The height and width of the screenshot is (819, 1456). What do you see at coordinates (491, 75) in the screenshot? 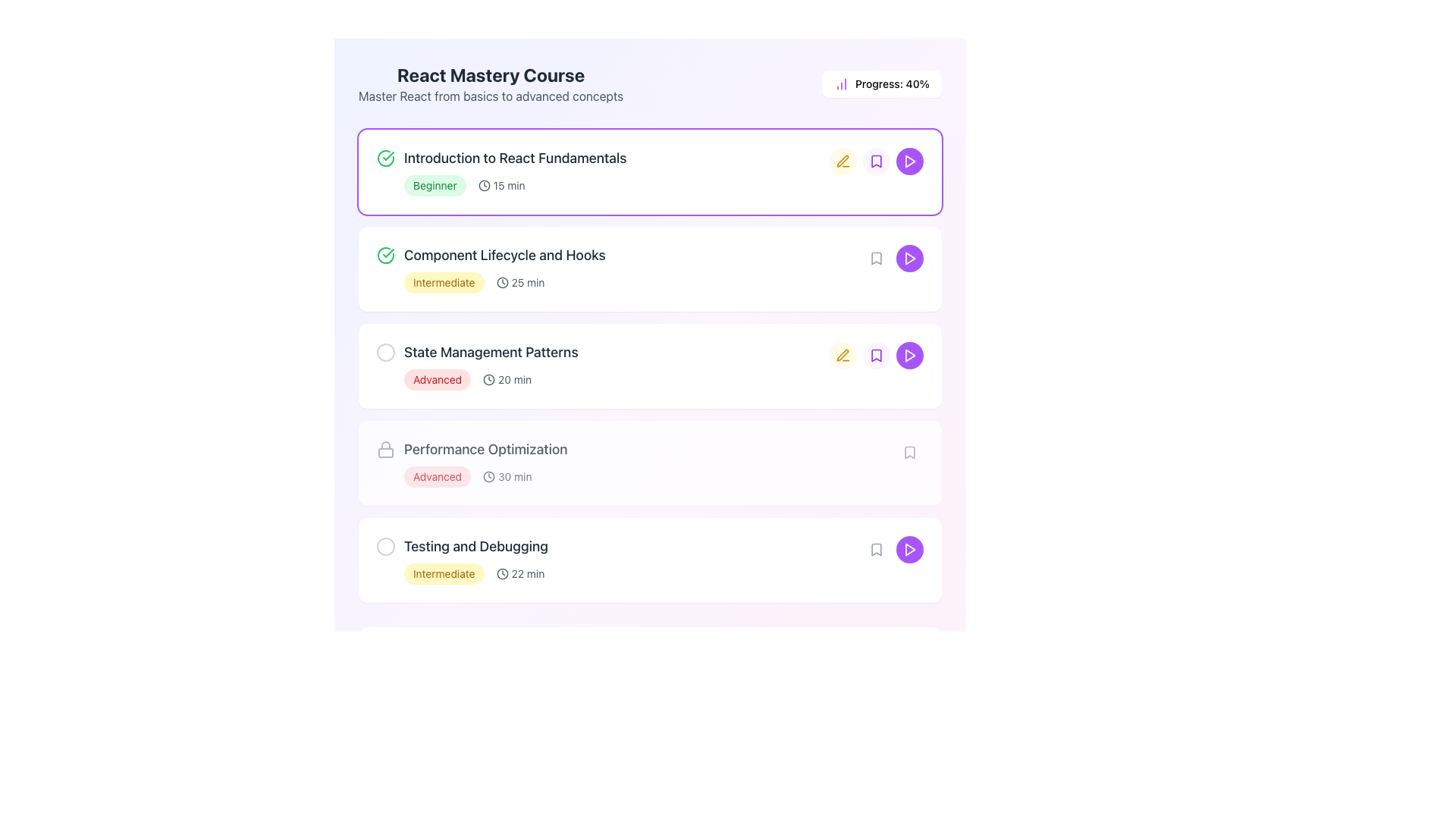
I see `the static heading element that serves as the title for the page, located above the subtitle 'Master React from basics to advanced concepts.'` at bounding box center [491, 75].